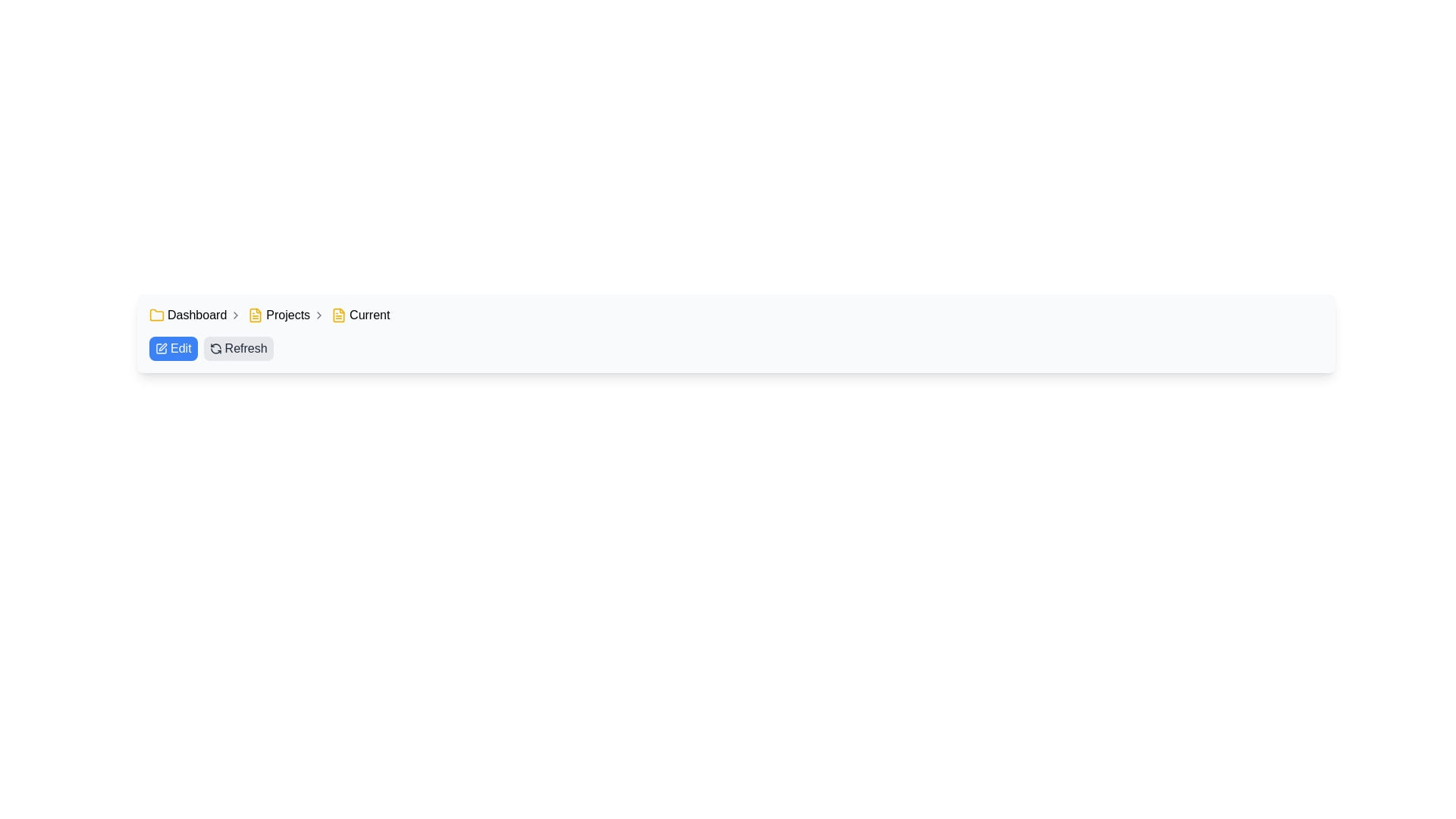  What do you see at coordinates (287, 315) in the screenshot?
I see `the 'Projects' breadcrumb navigation item, which is visually distinct with a yellow document icon and black text, located between 'Dashboard' and 'Current'` at bounding box center [287, 315].